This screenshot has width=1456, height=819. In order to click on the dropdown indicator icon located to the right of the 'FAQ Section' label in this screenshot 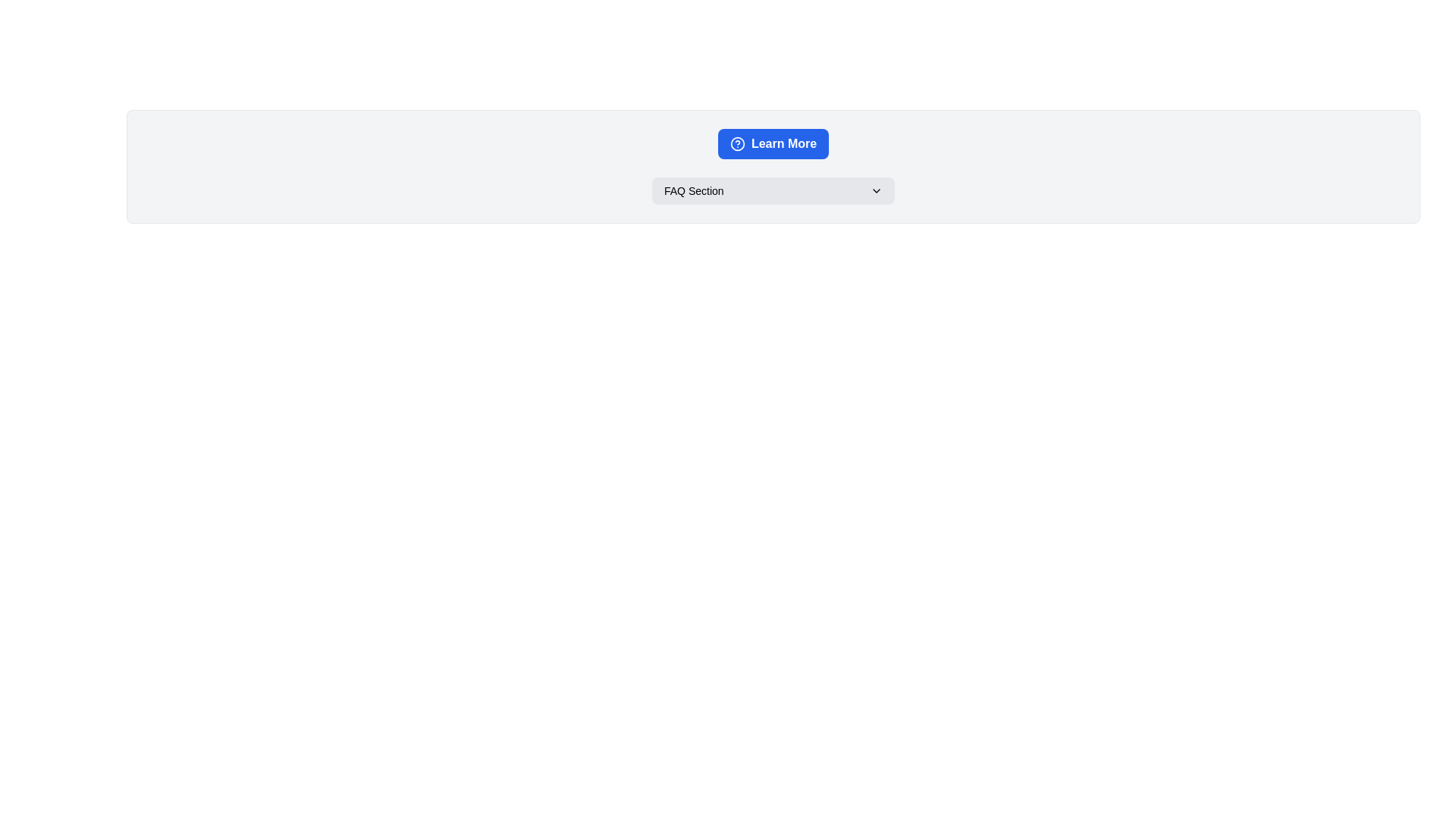, I will do `click(877, 190)`.